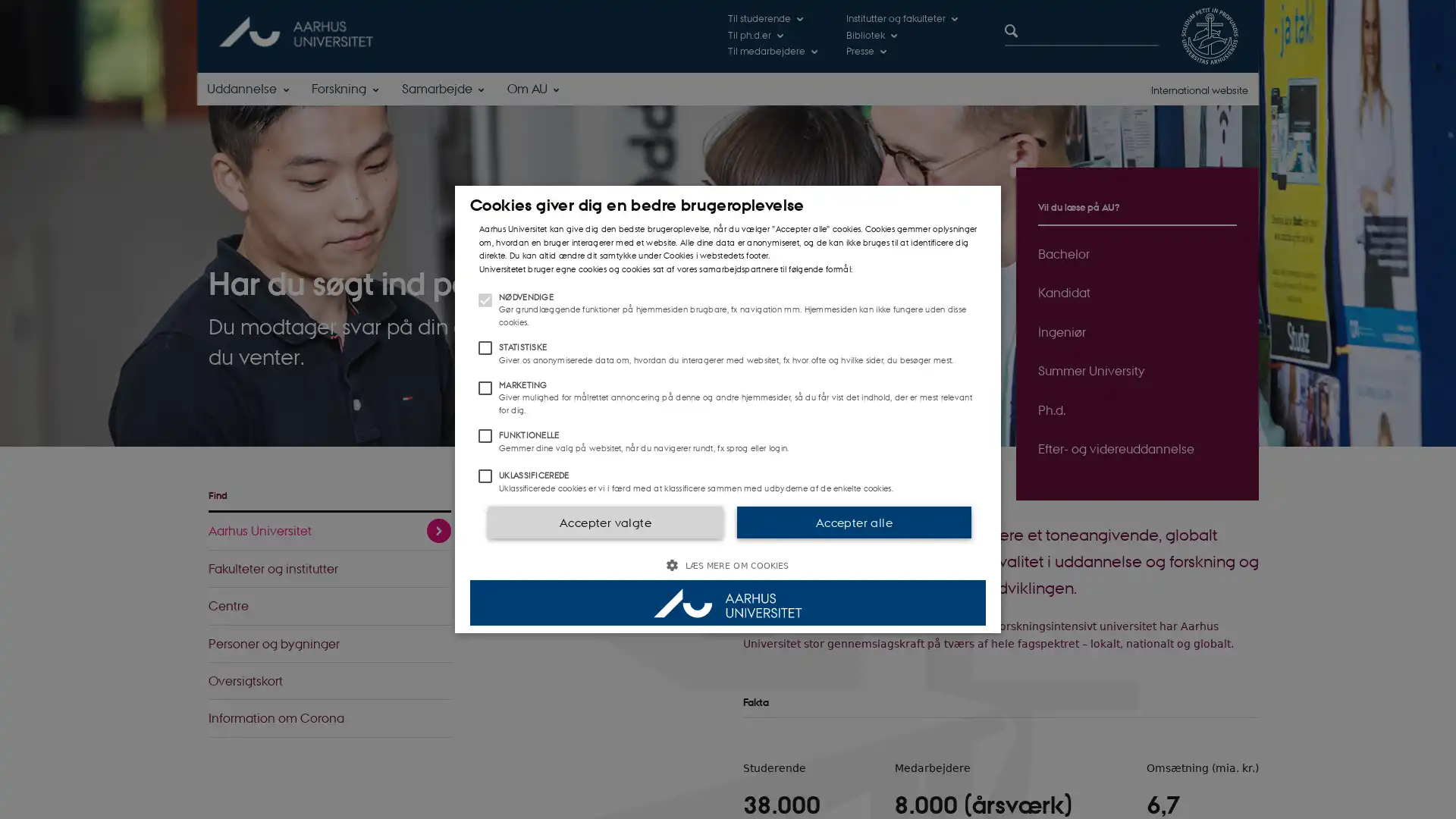 The width and height of the screenshot is (1456, 819). I want to click on Accepter valgte, so click(604, 520).